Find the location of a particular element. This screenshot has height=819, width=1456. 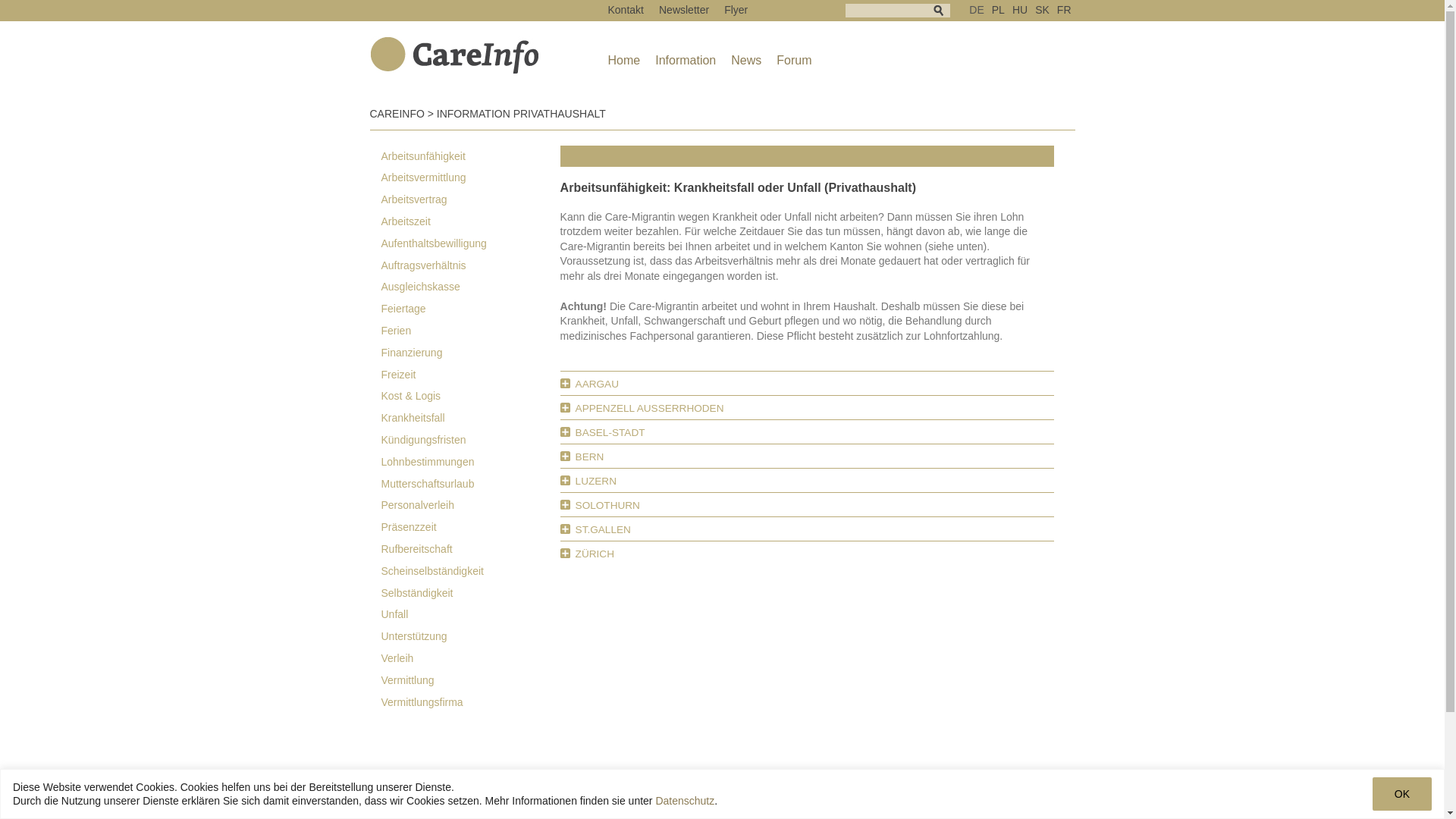

'Datenschutz' is located at coordinates (683, 800).